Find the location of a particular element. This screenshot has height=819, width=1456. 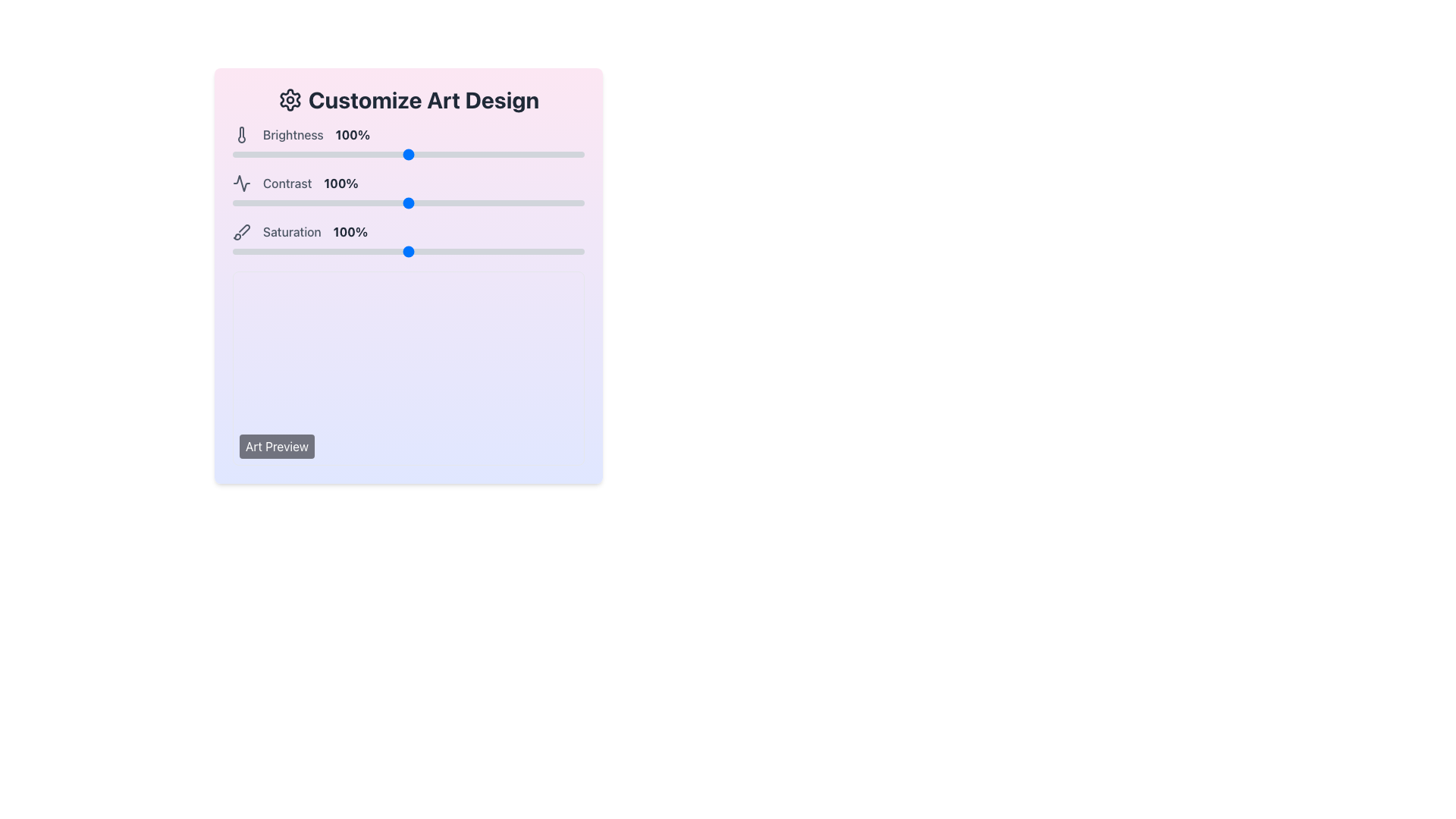

the saturation is located at coordinates (544, 250).